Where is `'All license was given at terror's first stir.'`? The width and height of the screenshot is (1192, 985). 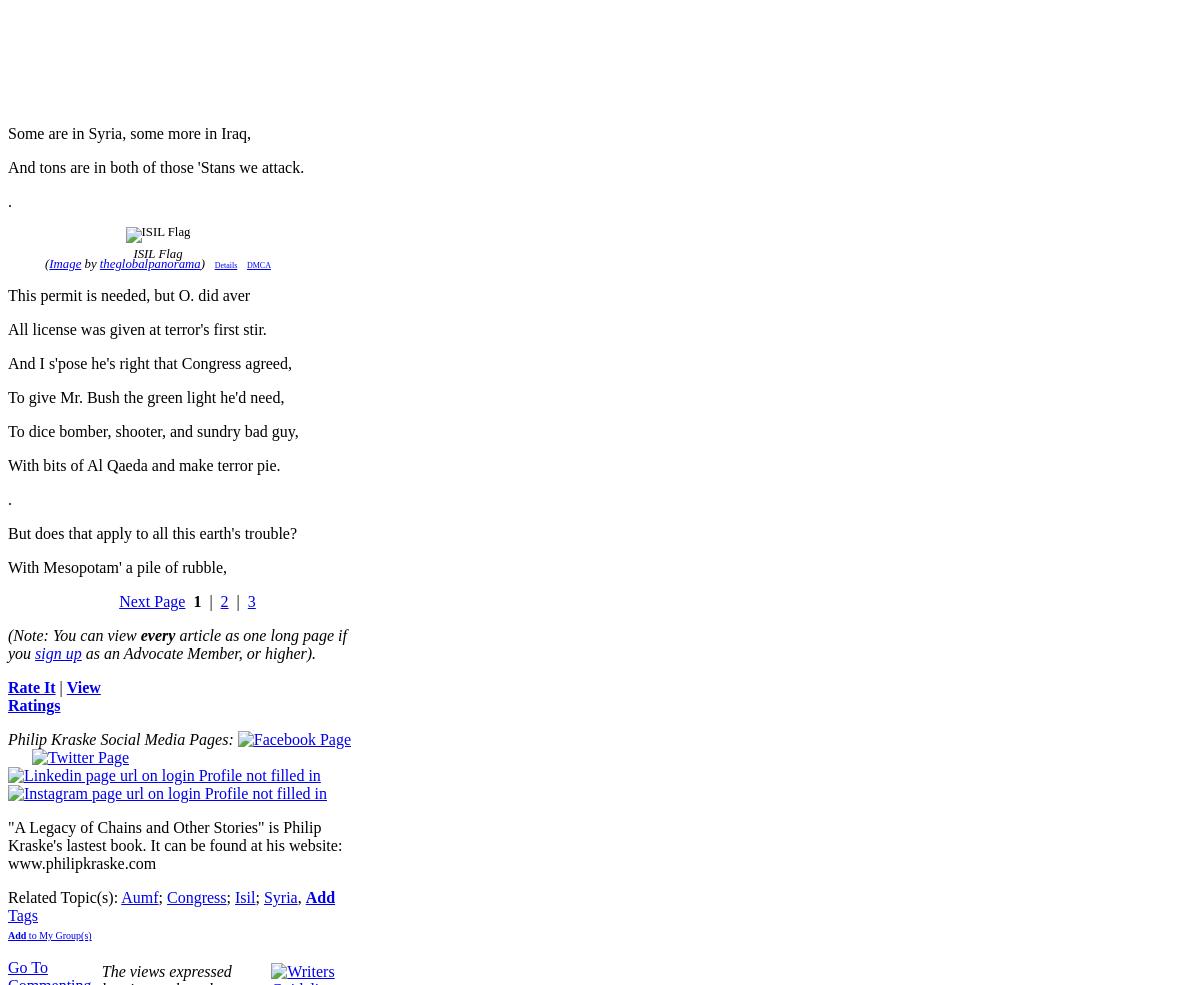 'All license was given at terror's first stir.' is located at coordinates (136, 329).